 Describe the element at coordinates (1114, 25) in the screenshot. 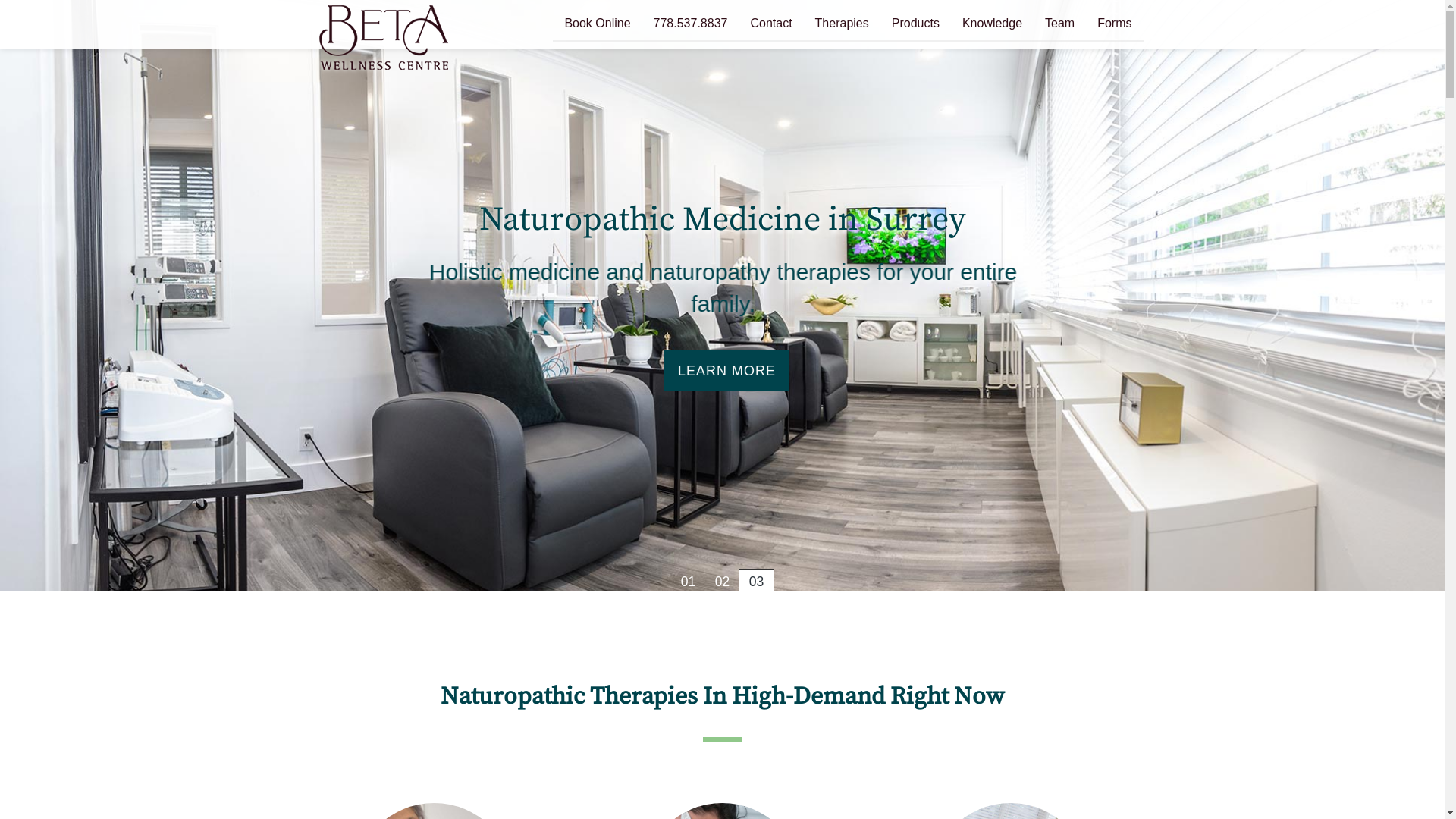

I see `'Forms'` at that location.